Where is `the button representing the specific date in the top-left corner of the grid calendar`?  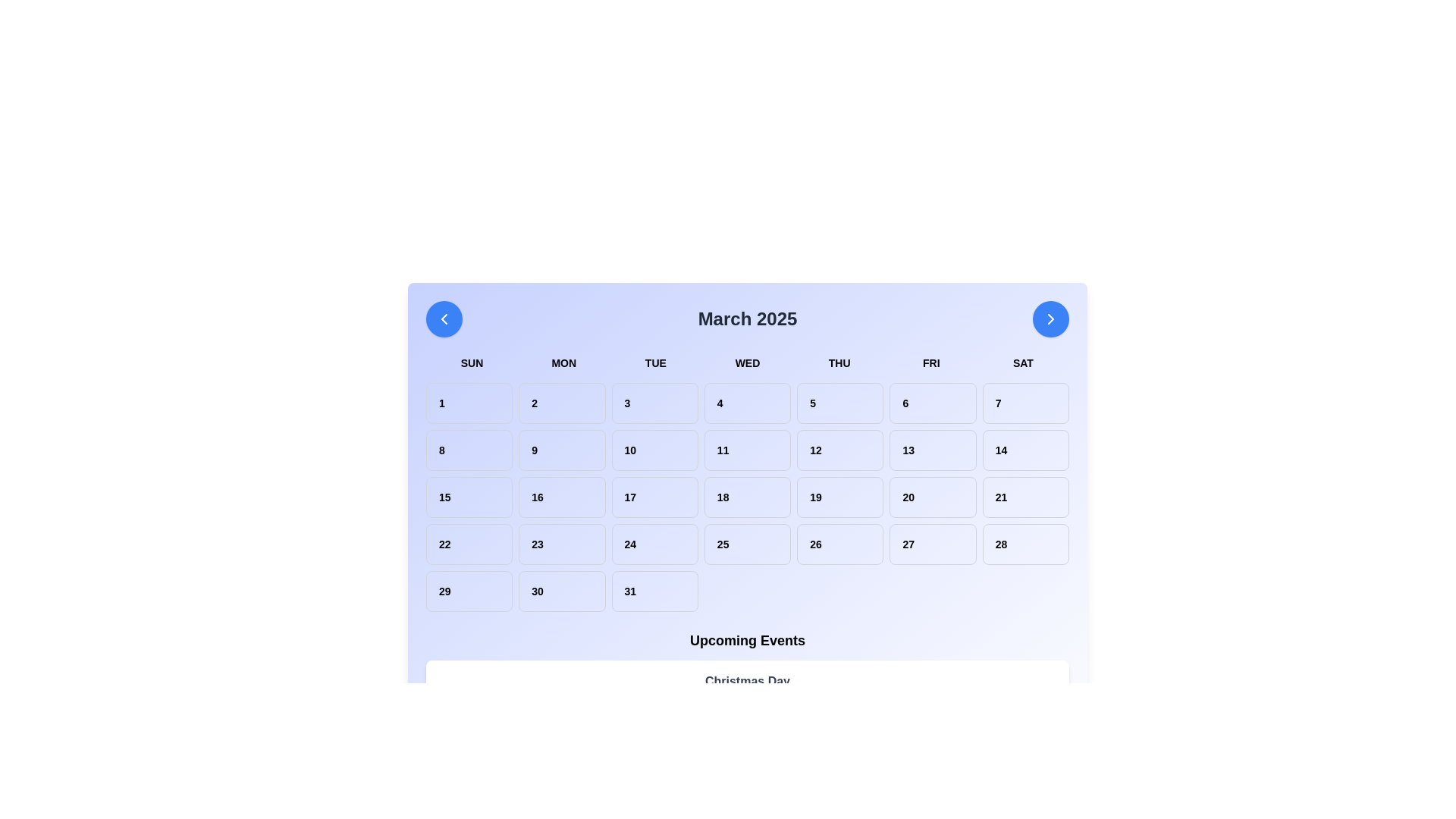 the button representing the specific date in the top-left corner of the grid calendar is located at coordinates (469, 403).